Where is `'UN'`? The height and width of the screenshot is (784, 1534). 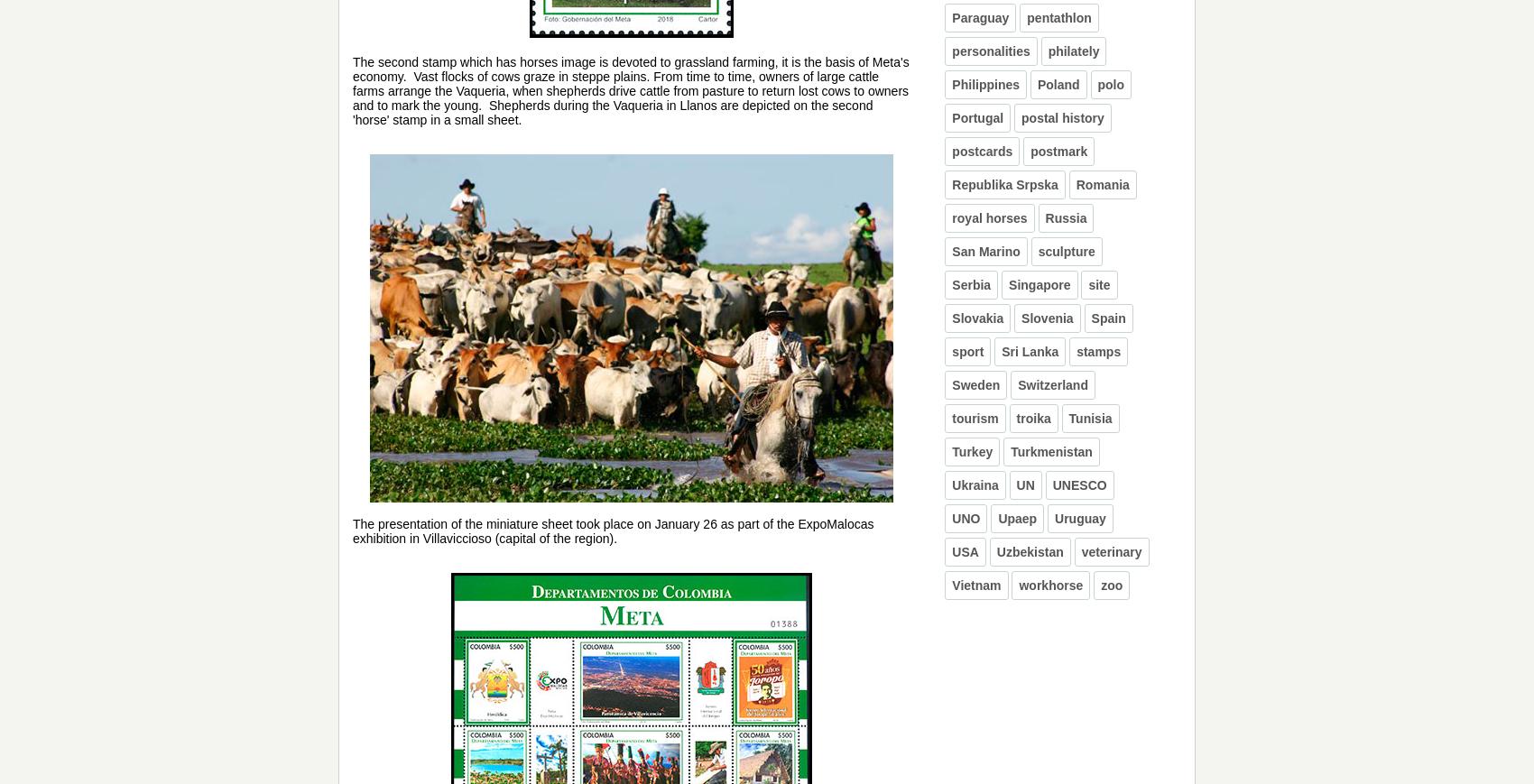
'UN' is located at coordinates (1024, 484).